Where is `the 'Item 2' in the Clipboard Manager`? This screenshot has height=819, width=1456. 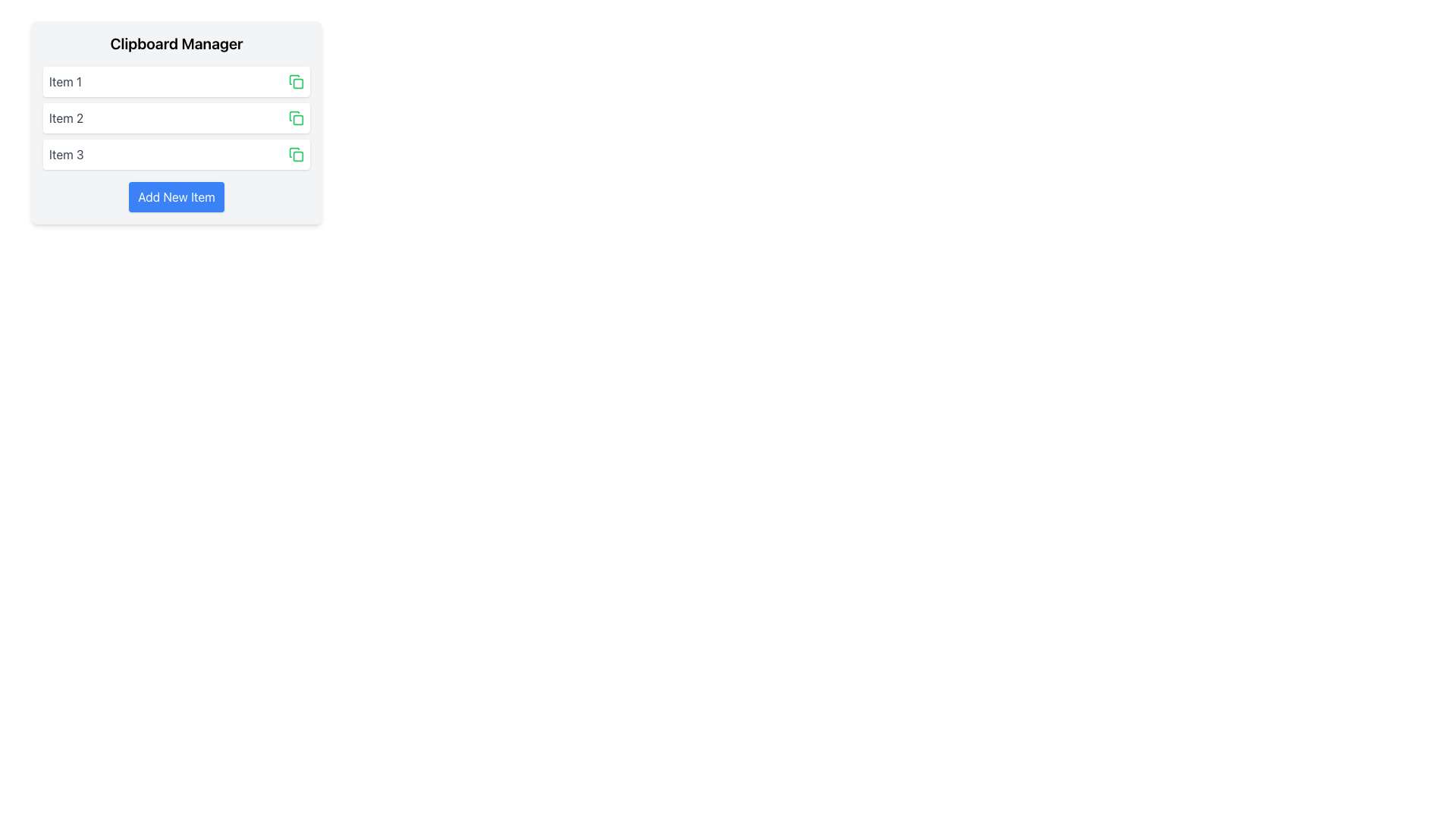 the 'Item 2' in the Clipboard Manager is located at coordinates (177, 117).